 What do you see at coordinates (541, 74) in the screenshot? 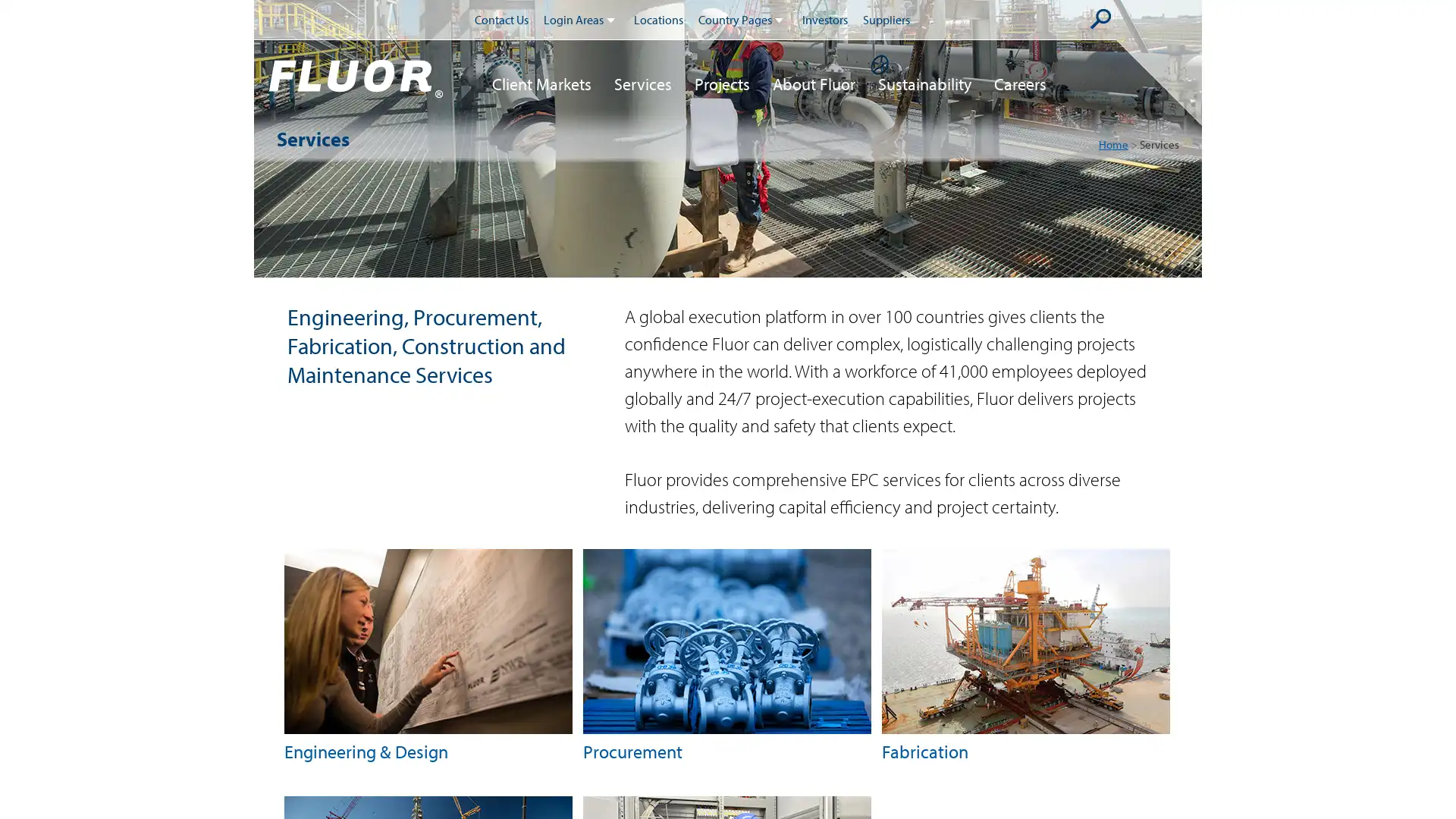
I see `Client Markets` at bounding box center [541, 74].